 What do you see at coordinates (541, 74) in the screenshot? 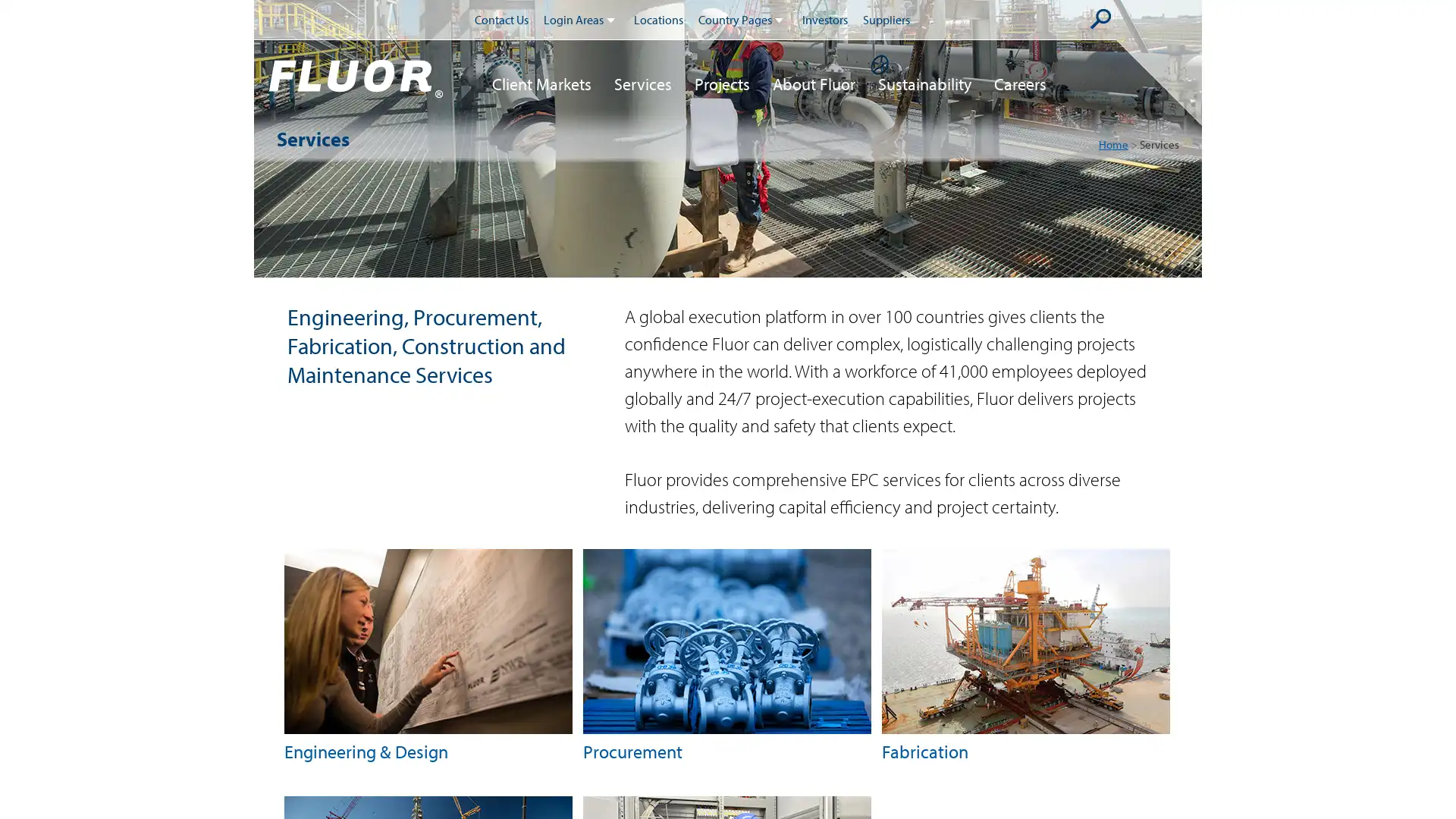
I see `Client Markets` at bounding box center [541, 74].